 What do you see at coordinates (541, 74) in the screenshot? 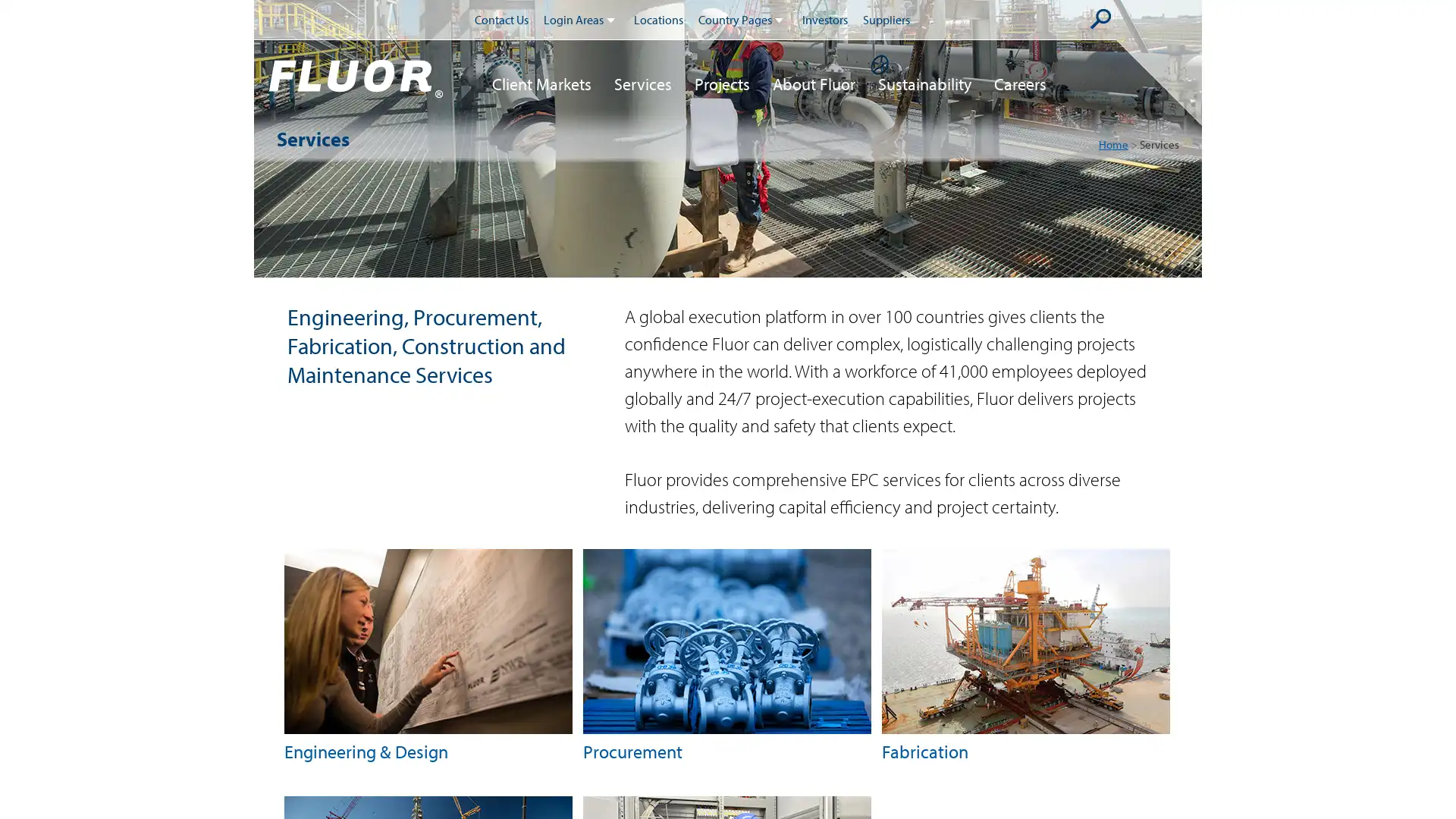
I see `Client Markets` at bounding box center [541, 74].